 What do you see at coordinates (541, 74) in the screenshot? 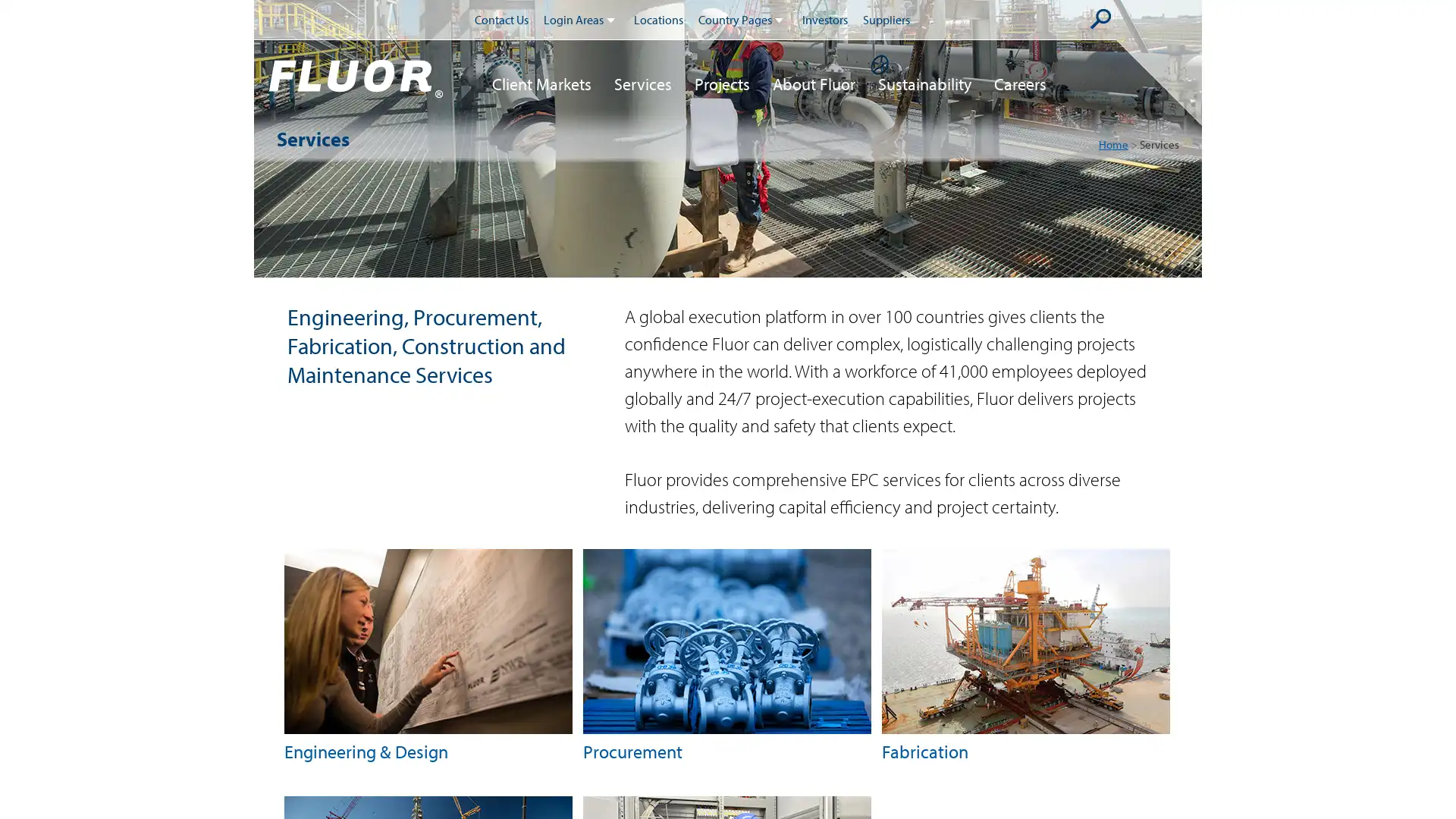
I see `Client Markets` at bounding box center [541, 74].